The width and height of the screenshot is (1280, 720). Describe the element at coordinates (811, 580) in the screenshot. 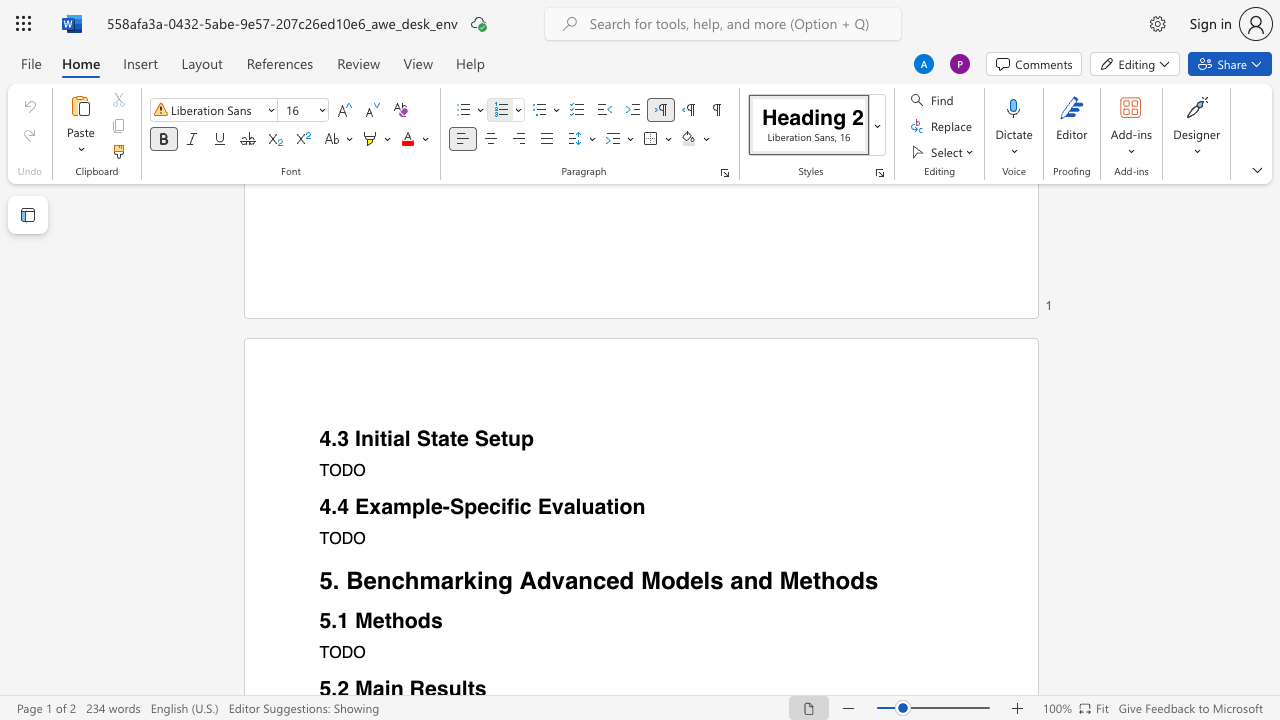

I see `the space between the continuous character "e" and "t" in the text` at that location.